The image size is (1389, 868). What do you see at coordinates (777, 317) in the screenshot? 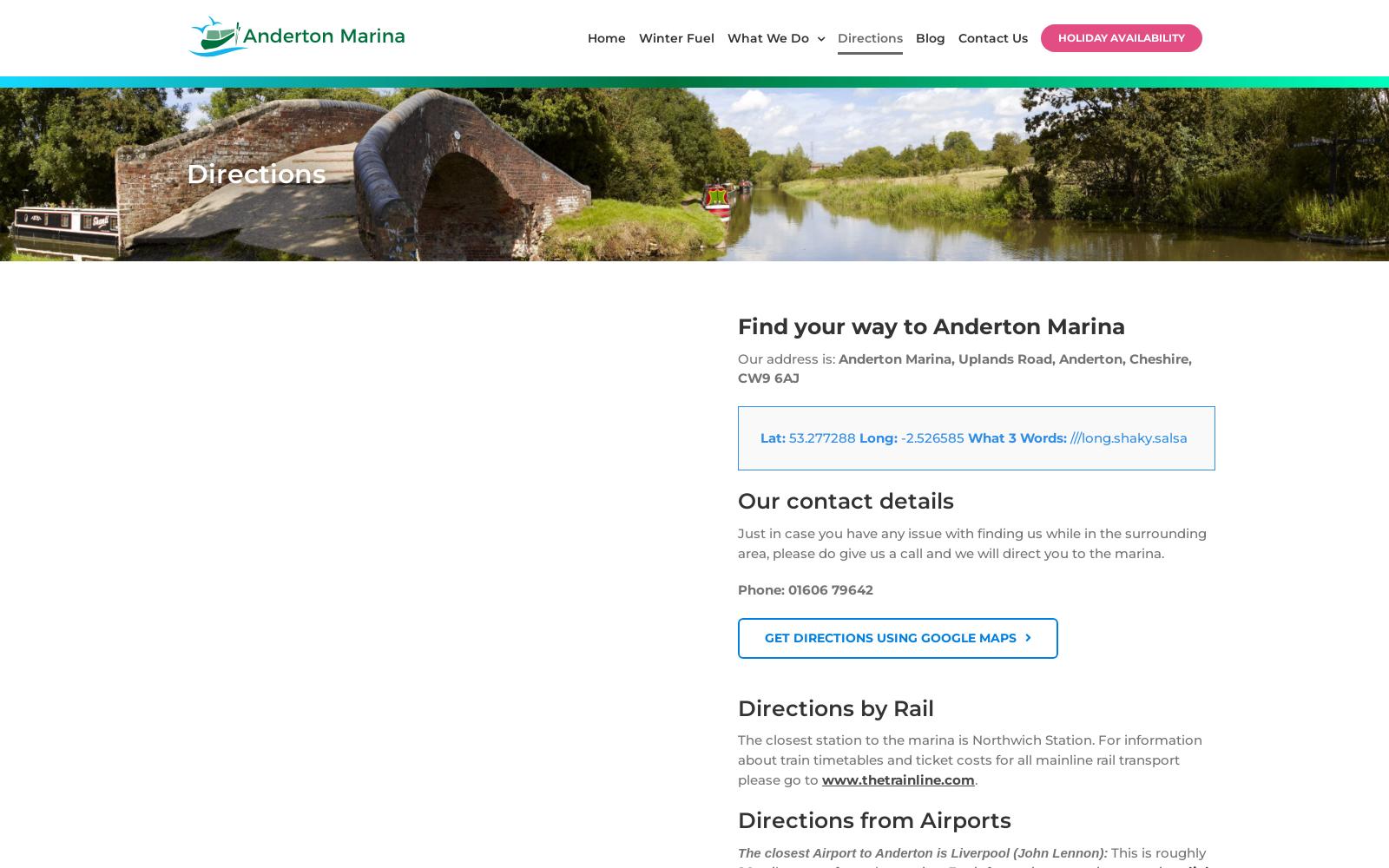
I see `'Holidays Overview'` at bounding box center [777, 317].